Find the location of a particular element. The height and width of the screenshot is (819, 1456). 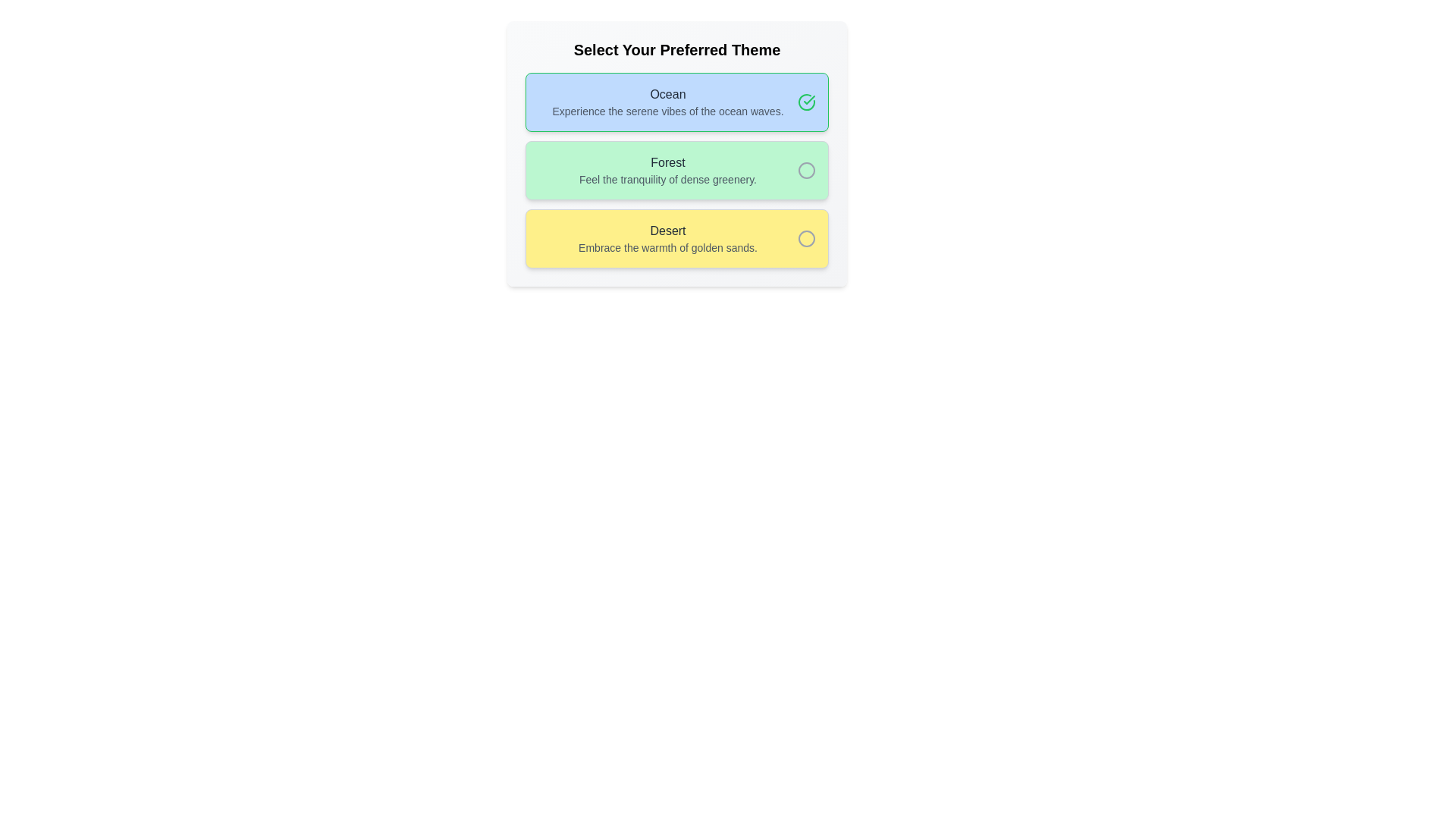

the custom styled checkbox indicating the selection of the 'Ocean' theme is located at coordinates (806, 102).